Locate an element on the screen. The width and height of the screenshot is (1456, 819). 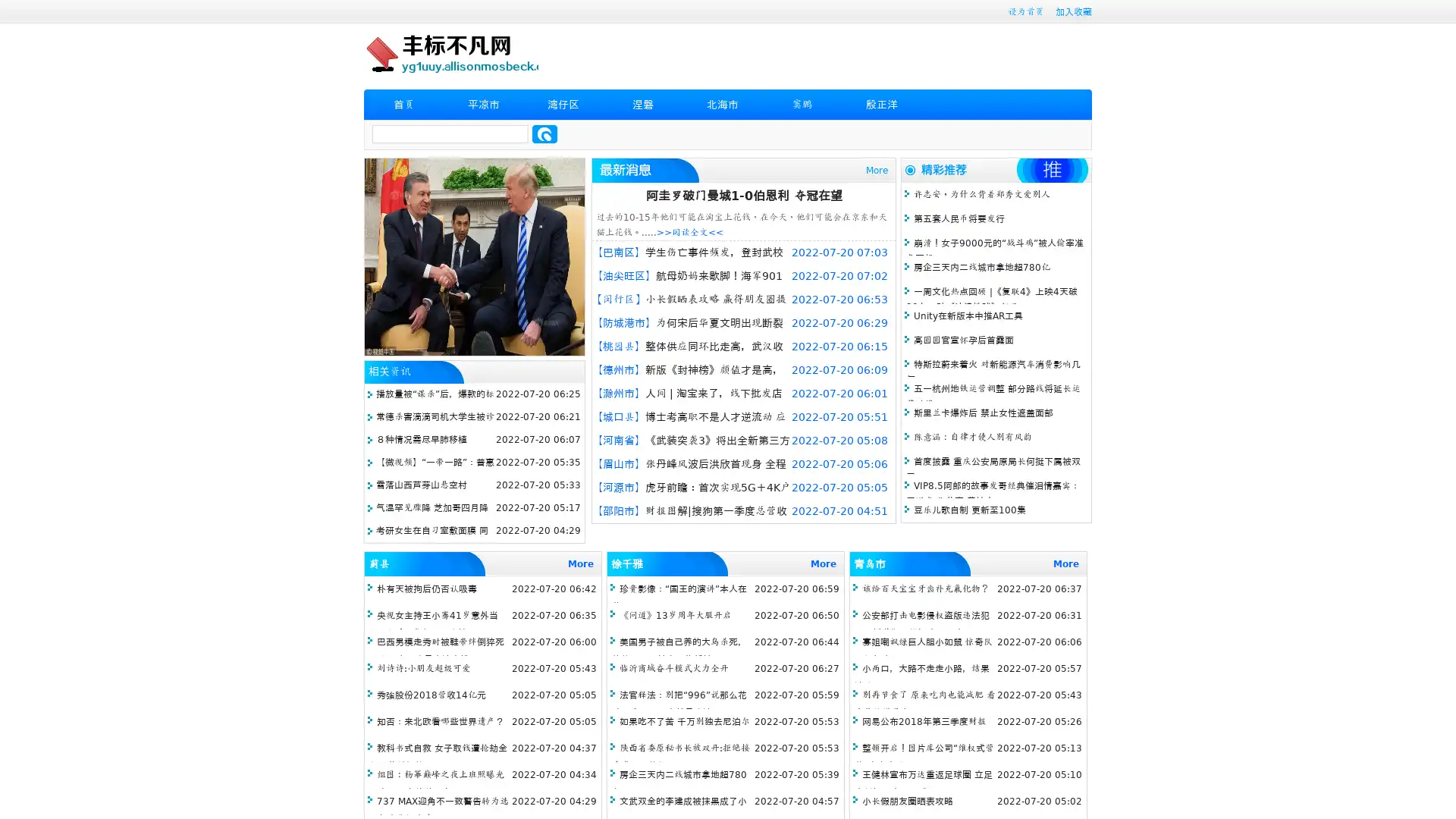
Search is located at coordinates (544, 133).